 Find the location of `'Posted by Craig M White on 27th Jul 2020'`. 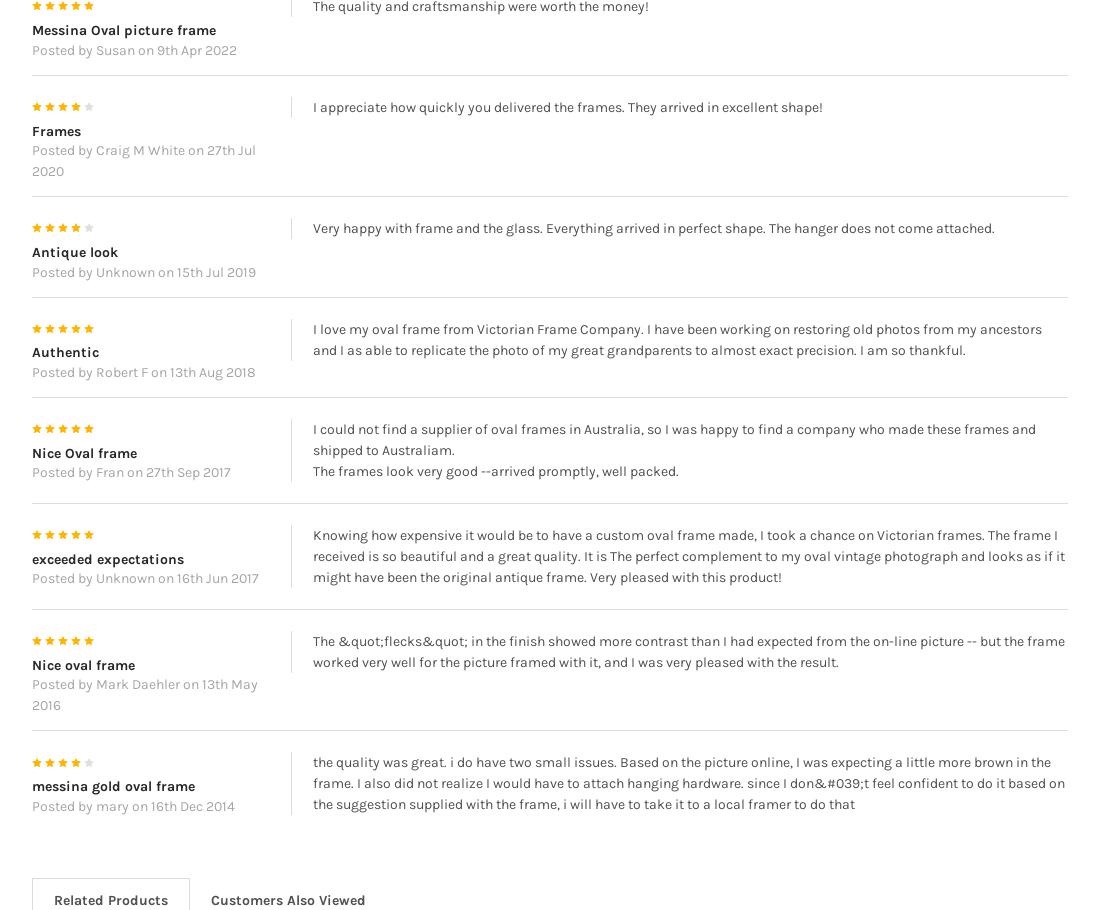

'Posted by Craig M White on 27th Jul 2020' is located at coordinates (142, 190).